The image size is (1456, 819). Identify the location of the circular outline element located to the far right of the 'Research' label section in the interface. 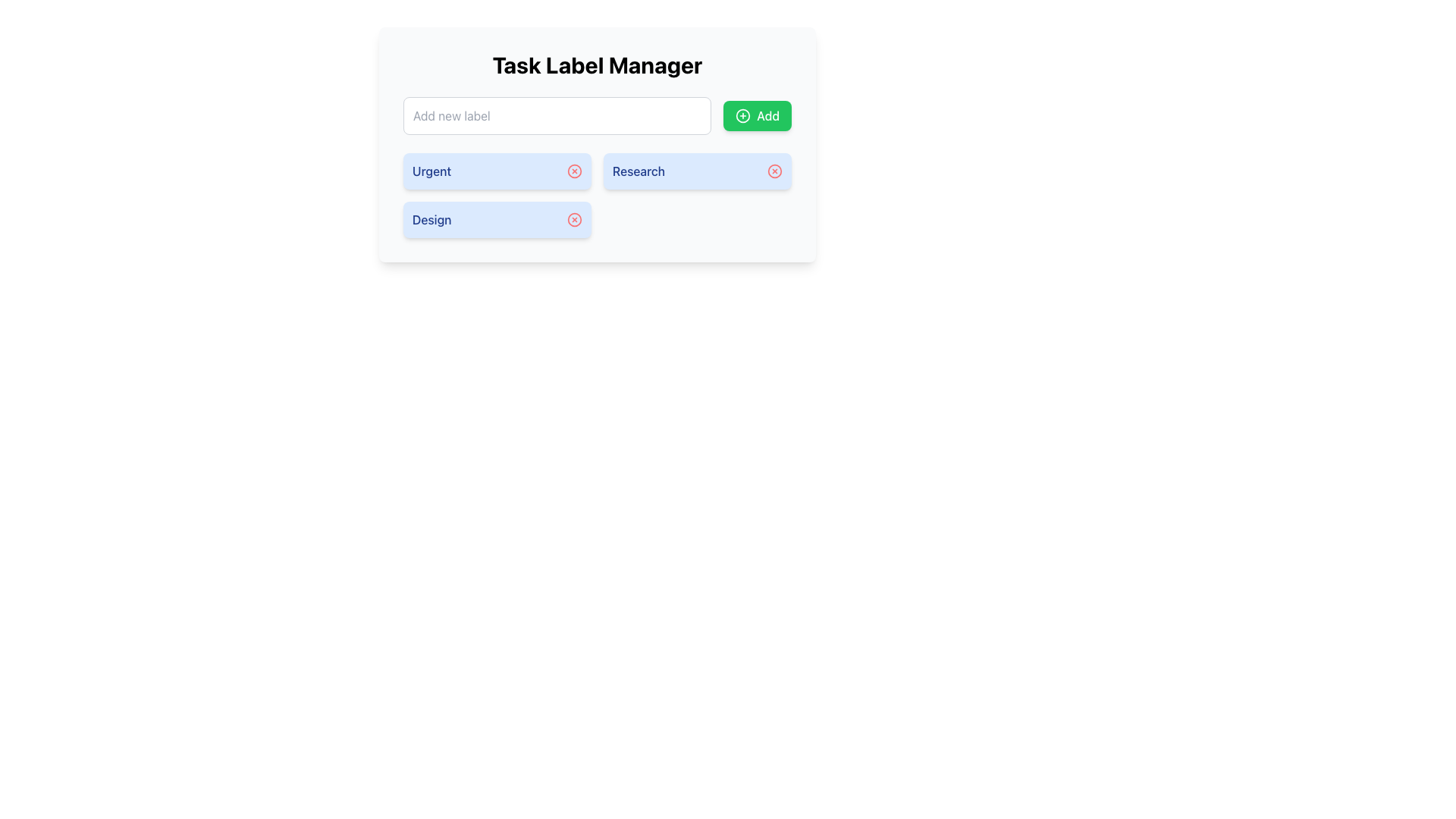
(775, 171).